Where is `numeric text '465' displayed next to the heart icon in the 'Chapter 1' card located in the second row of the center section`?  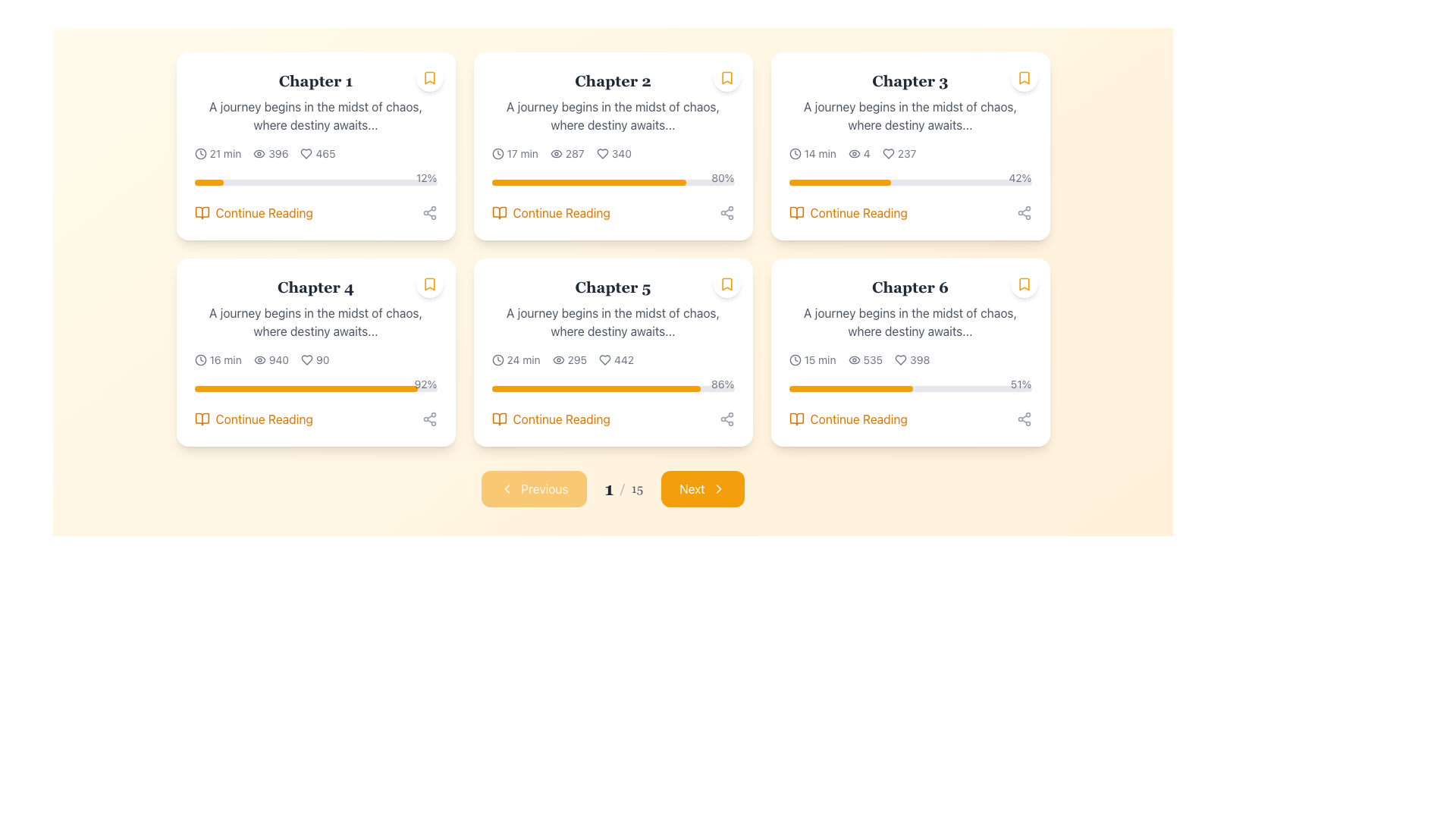
numeric text '465' displayed next to the heart icon in the 'Chapter 1' card located in the second row of the center section is located at coordinates (325, 154).